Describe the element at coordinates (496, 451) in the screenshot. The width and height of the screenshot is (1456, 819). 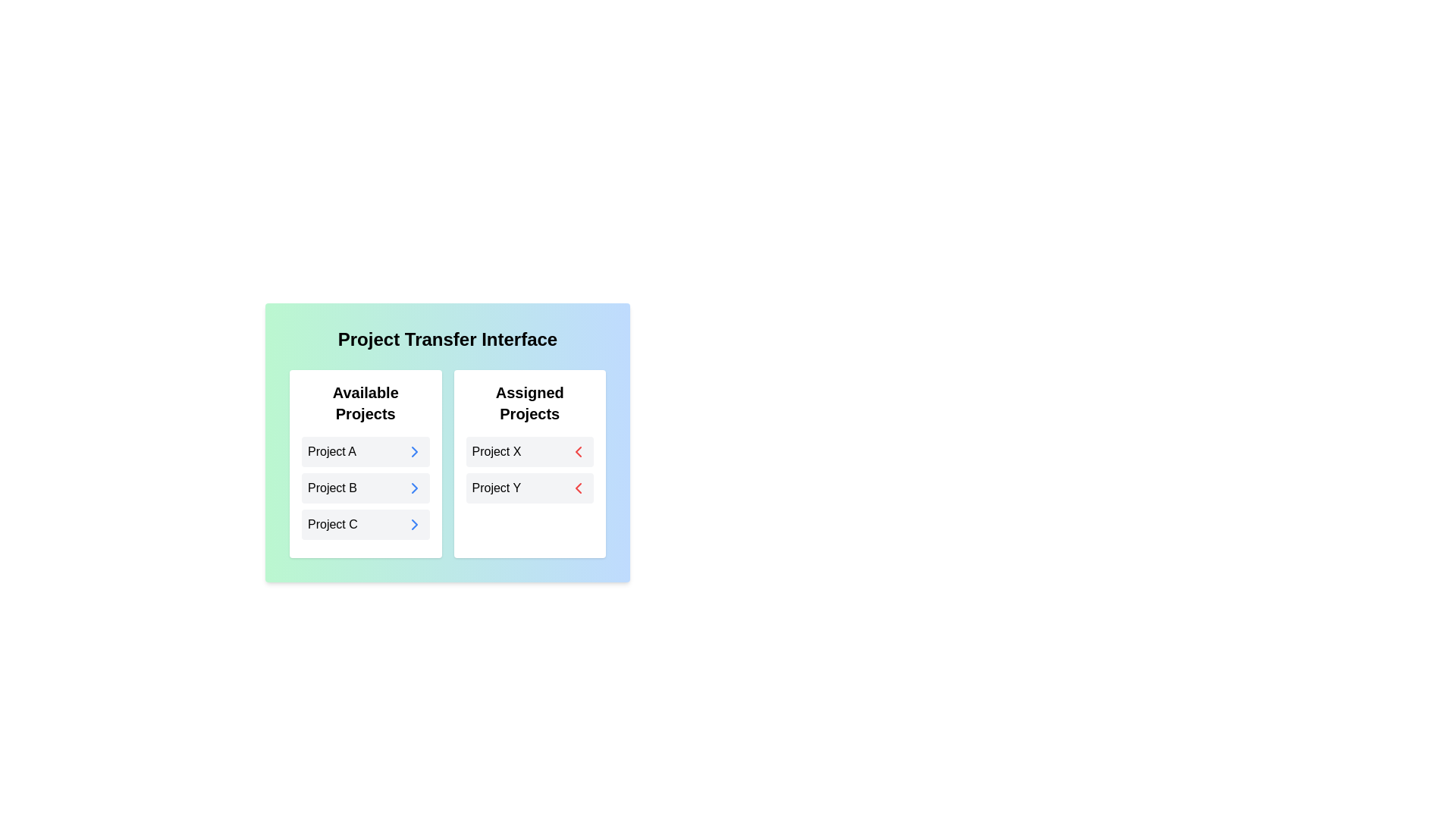
I see `the text label displaying 'Project X' in the 'Assigned Projects' column, located at the top of the list` at that location.